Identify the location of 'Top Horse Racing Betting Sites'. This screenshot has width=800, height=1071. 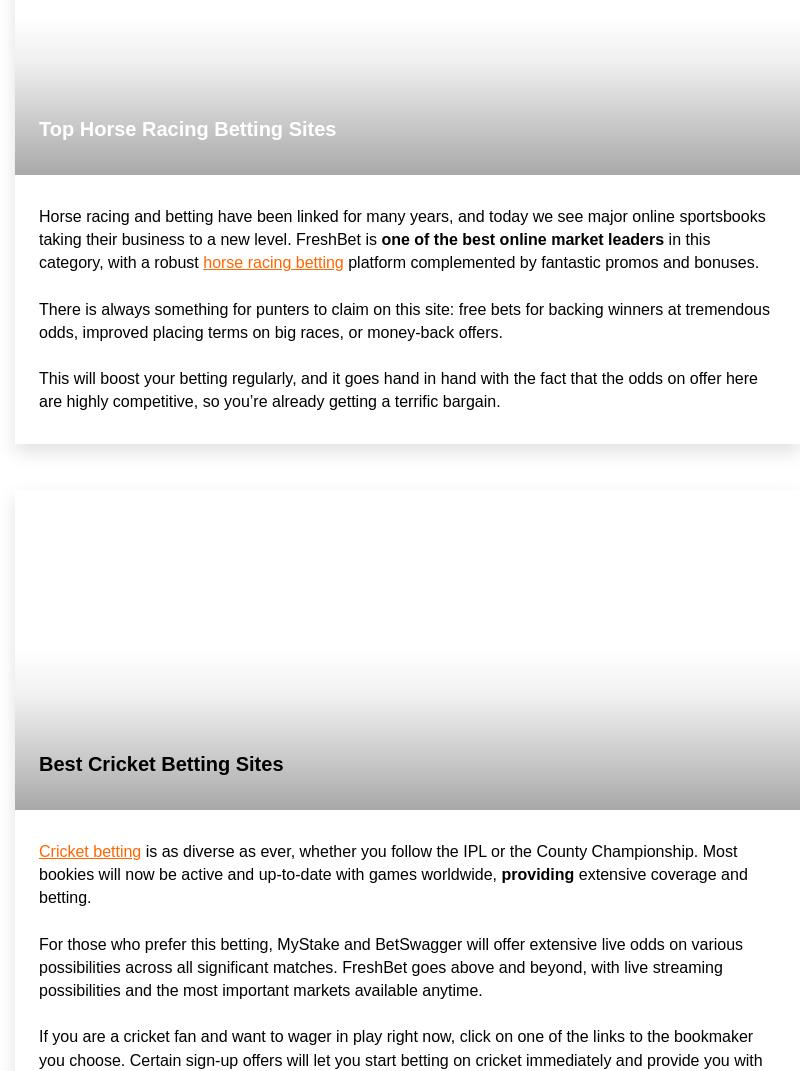
(186, 127).